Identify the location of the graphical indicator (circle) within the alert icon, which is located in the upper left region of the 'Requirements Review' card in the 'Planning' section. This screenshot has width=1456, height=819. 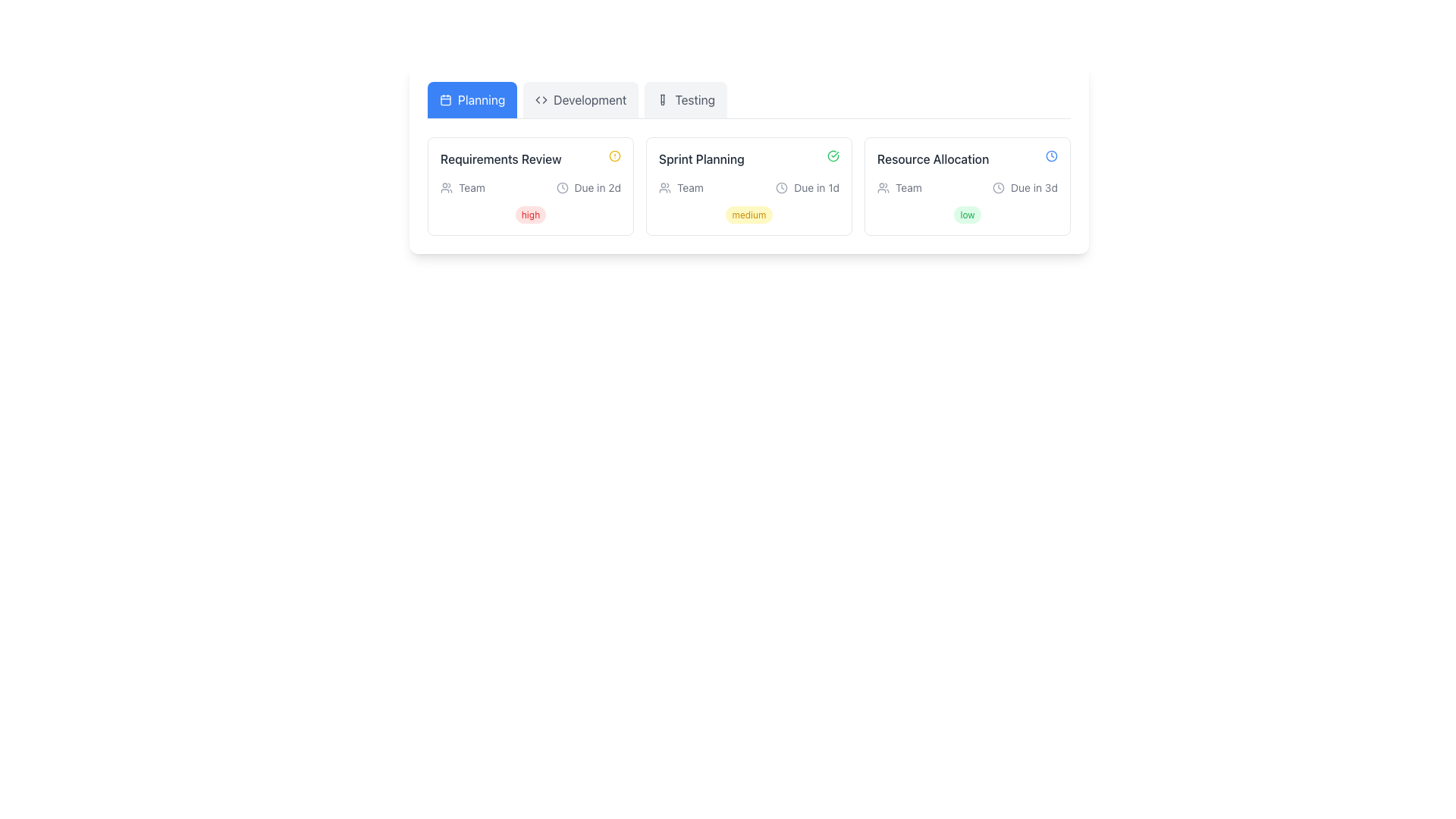
(615, 155).